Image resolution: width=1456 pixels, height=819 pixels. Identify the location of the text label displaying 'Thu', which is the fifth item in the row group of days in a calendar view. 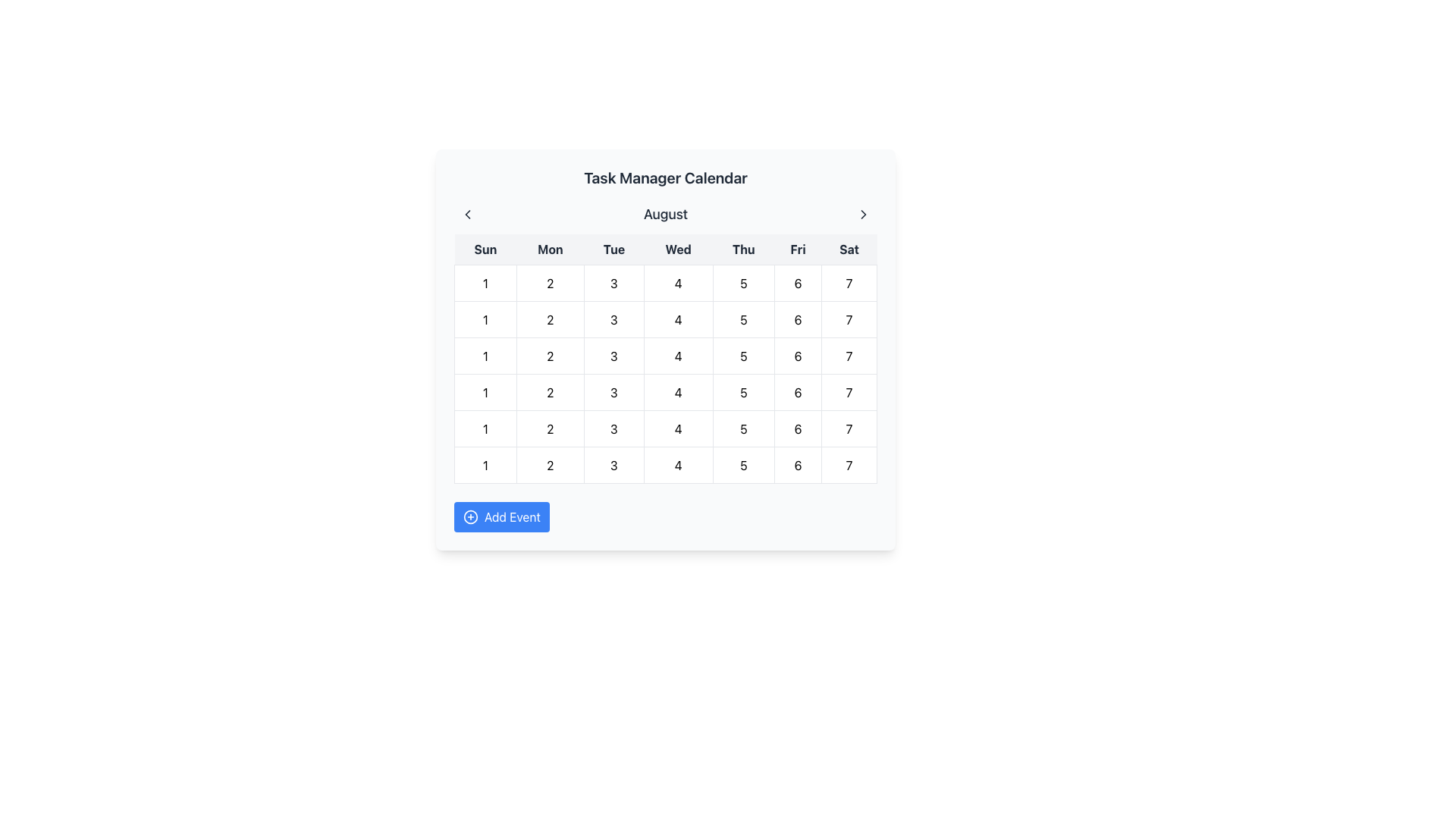
(743, 249).